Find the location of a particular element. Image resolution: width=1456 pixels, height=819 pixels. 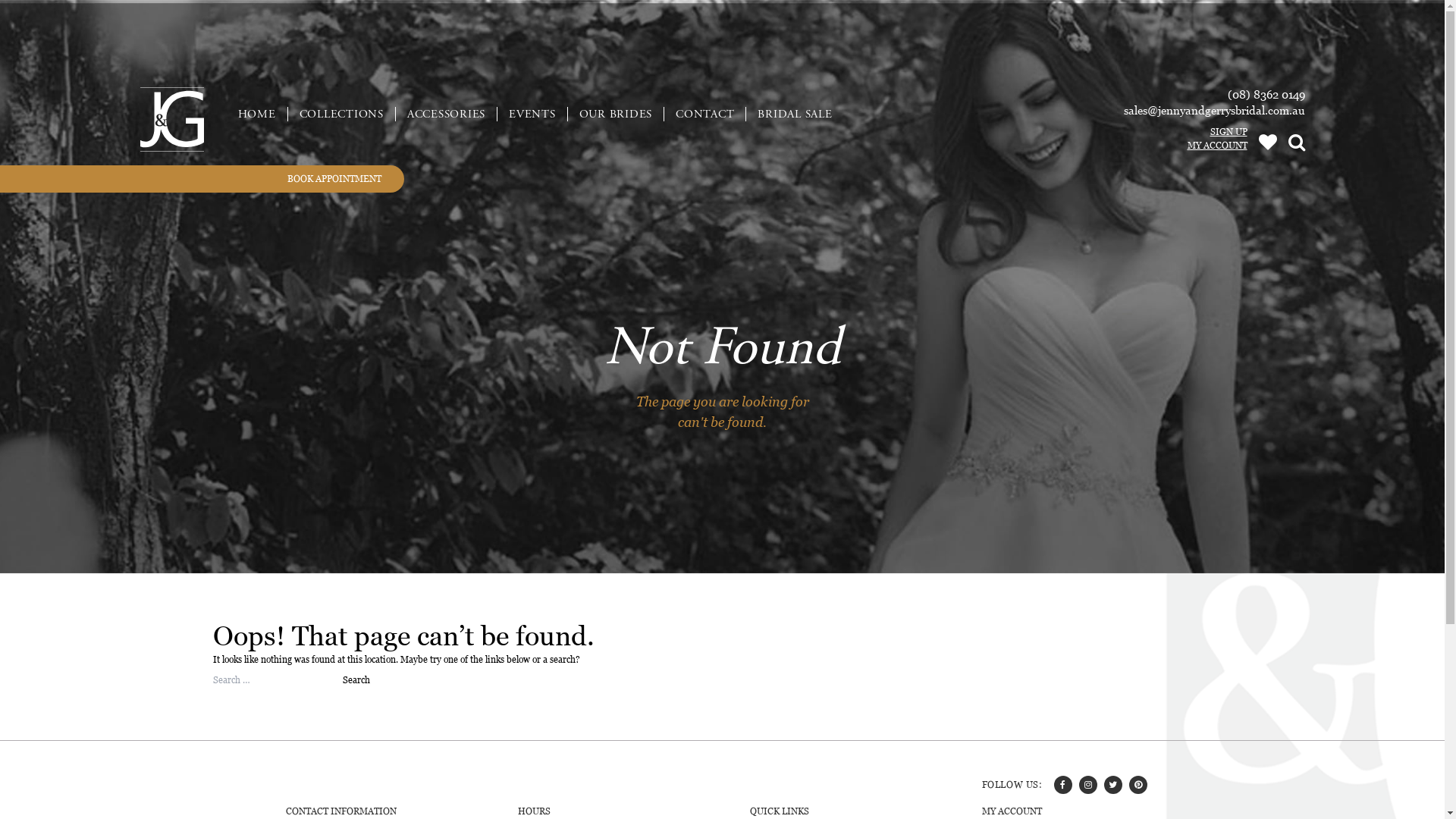

'Search' is located at coordinates (341, 679).